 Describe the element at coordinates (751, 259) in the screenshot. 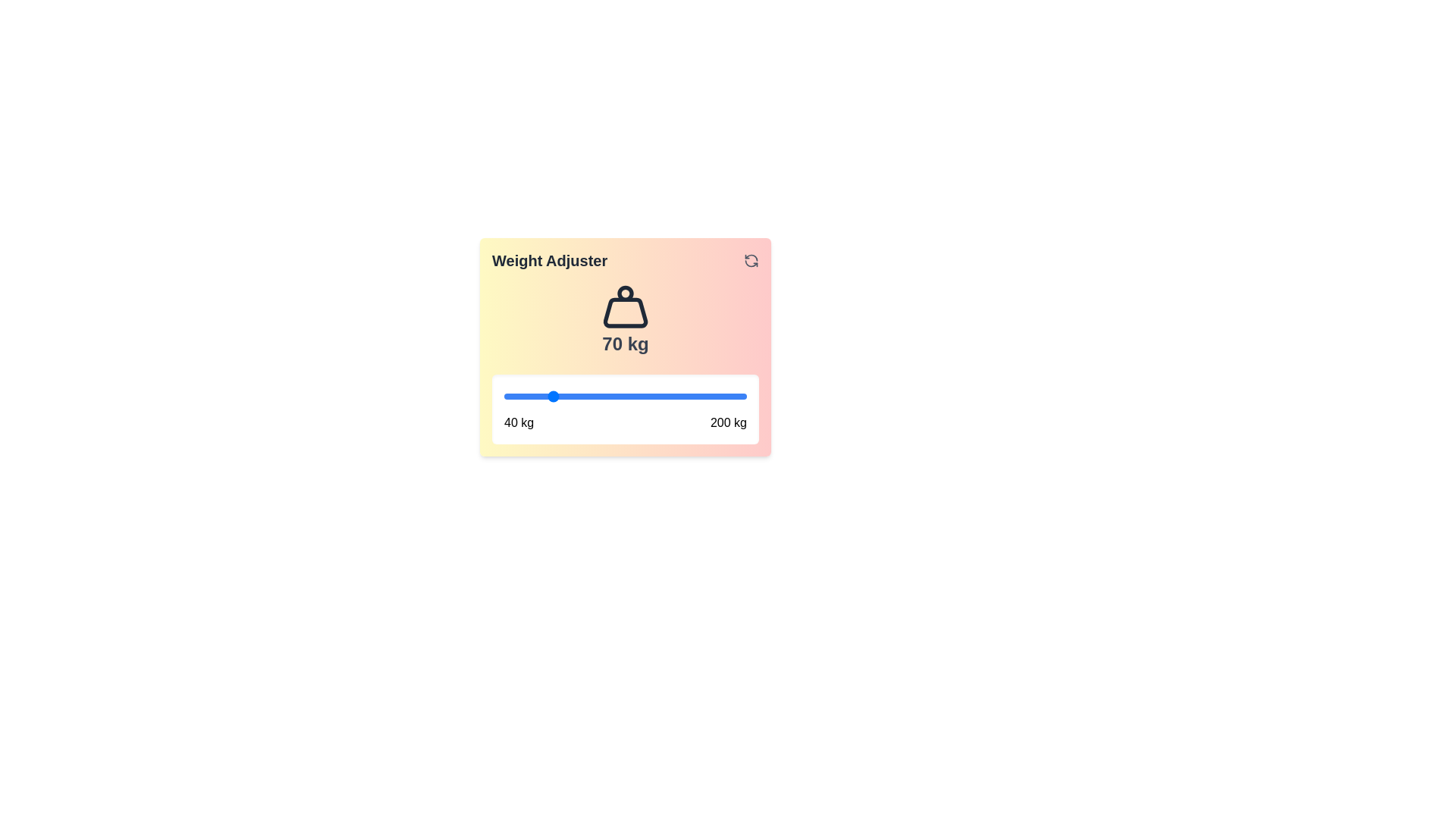

I see `the reset button to refresh the panel` at that location.